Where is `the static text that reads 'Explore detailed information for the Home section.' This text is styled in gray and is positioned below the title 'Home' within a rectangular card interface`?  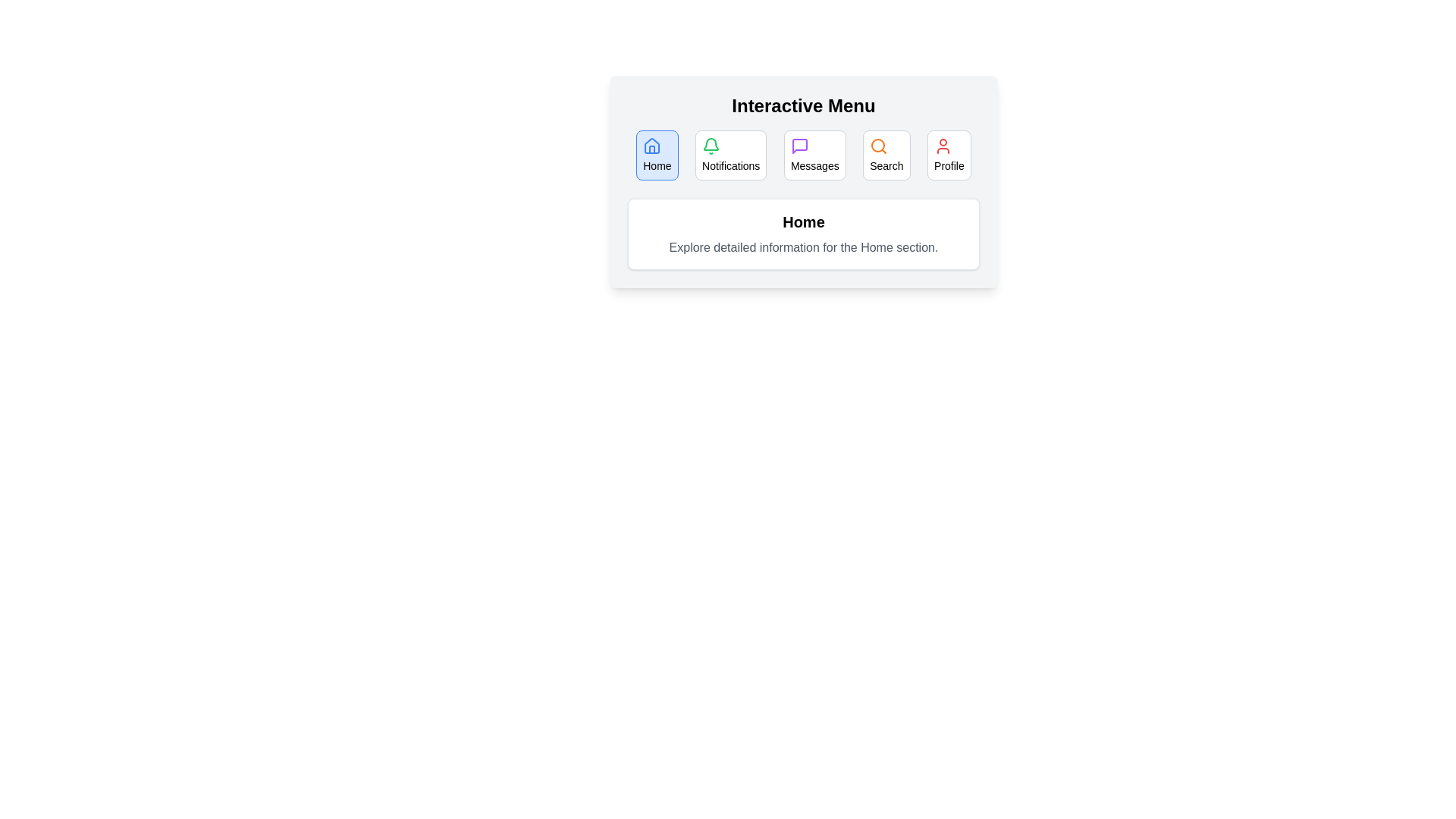
the static text that reads 'Explore detailed information for the Home section.' This text is styled in gray and is positioned below the title 'Home' within a rectangular card interface is located at coordinates (803, 247).